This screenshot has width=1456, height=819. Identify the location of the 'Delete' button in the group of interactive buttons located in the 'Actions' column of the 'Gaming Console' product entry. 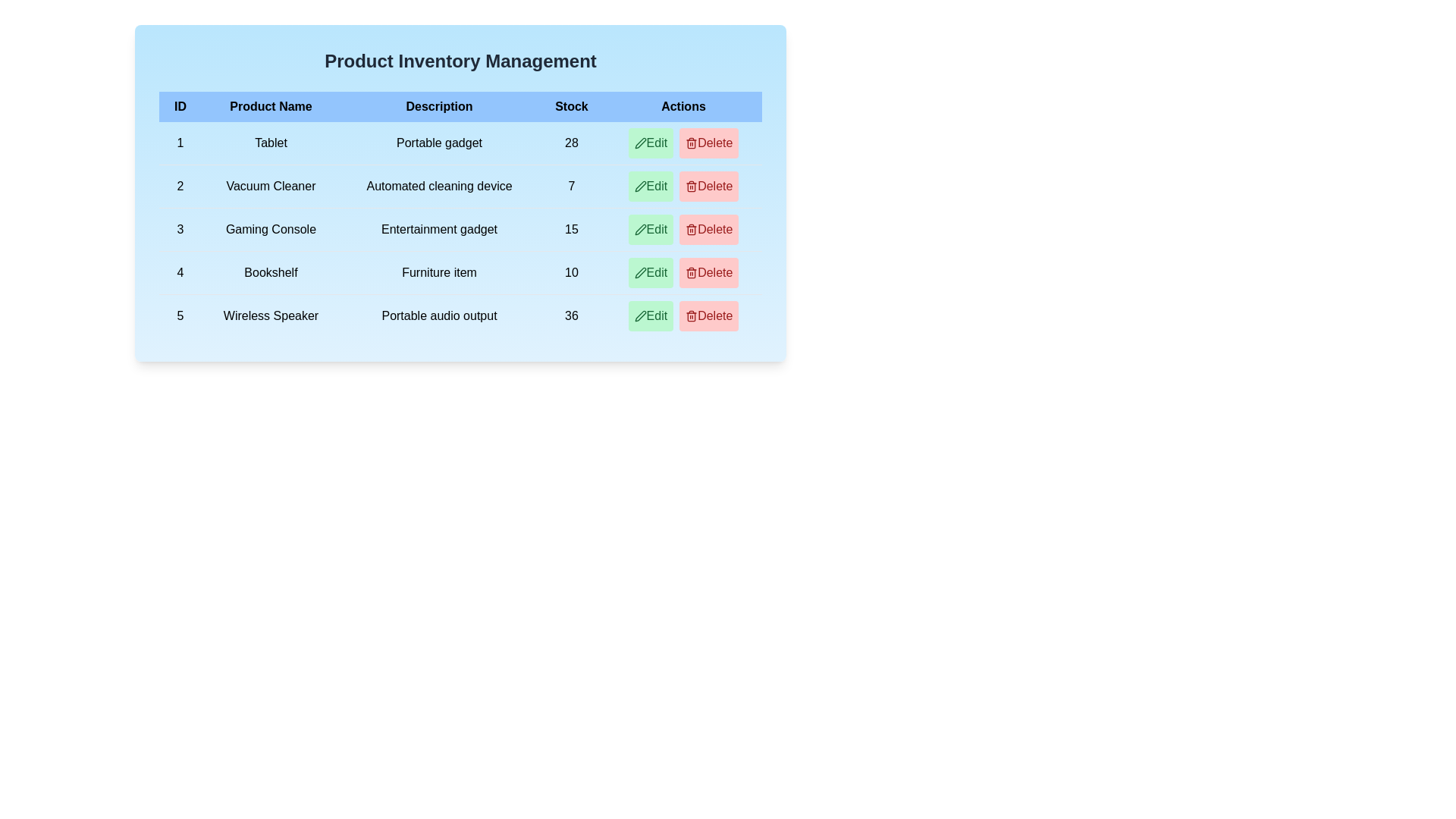
(682, 230).